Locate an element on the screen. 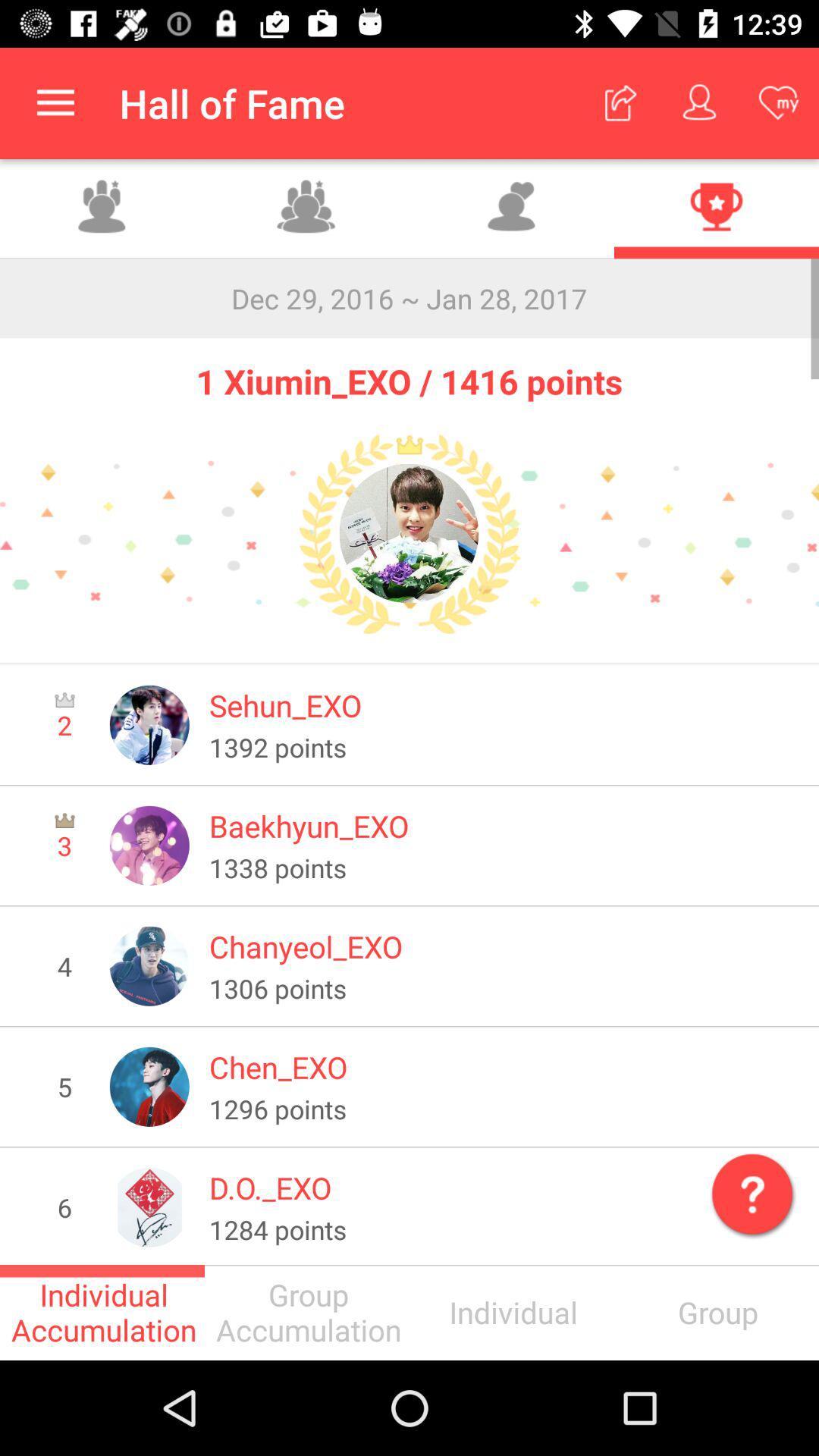 This screenshot has height=1456, width=819. the individual accumulation is located at coordinates (102, 1312).